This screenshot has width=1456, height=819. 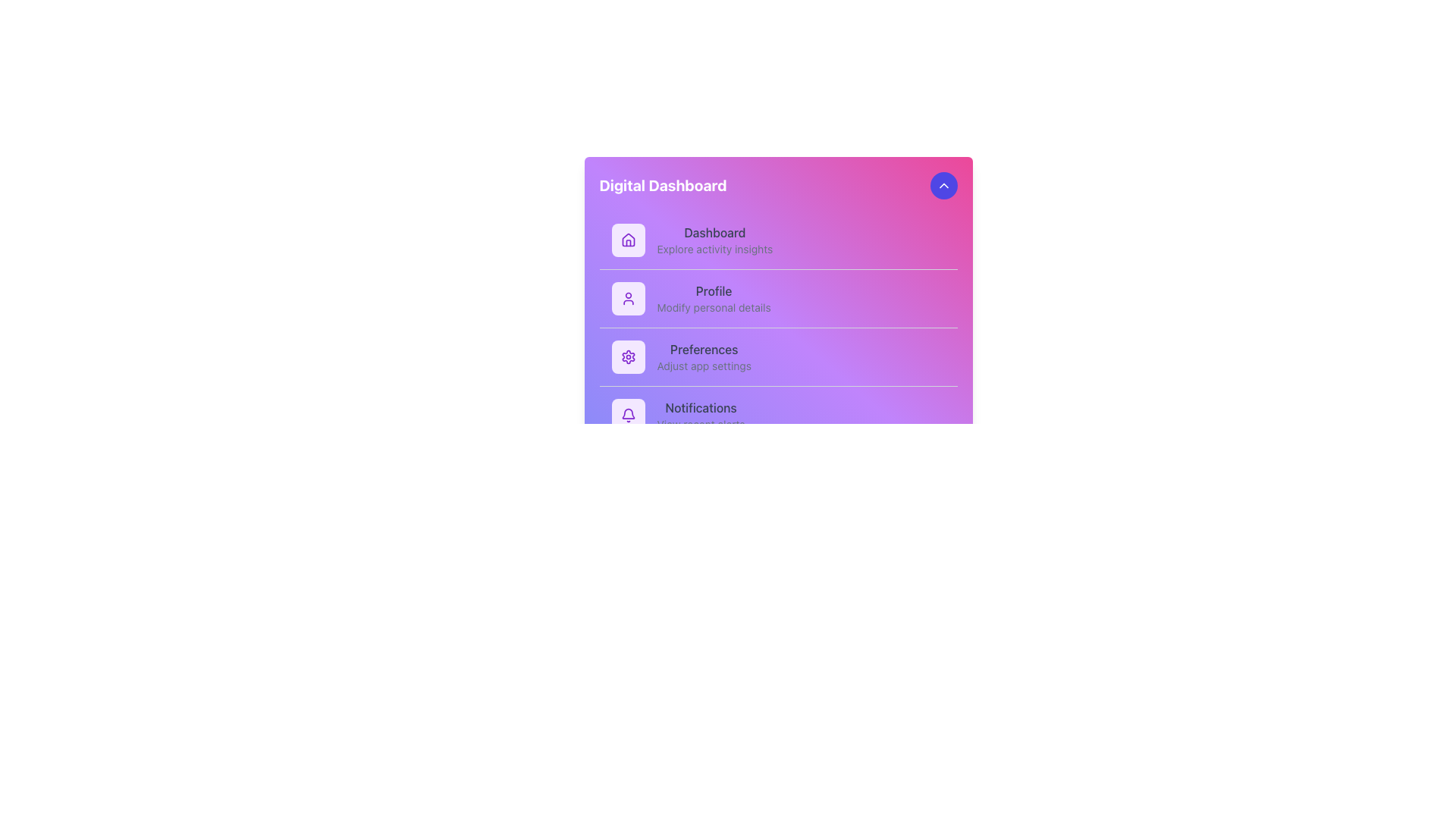 What do you see at coordinates (714, 239) in the screenshot?
I see `the Navigational Text Label that displays 'Dashboard' and 'Explore activity insights'` at bounding box center [714, 239].